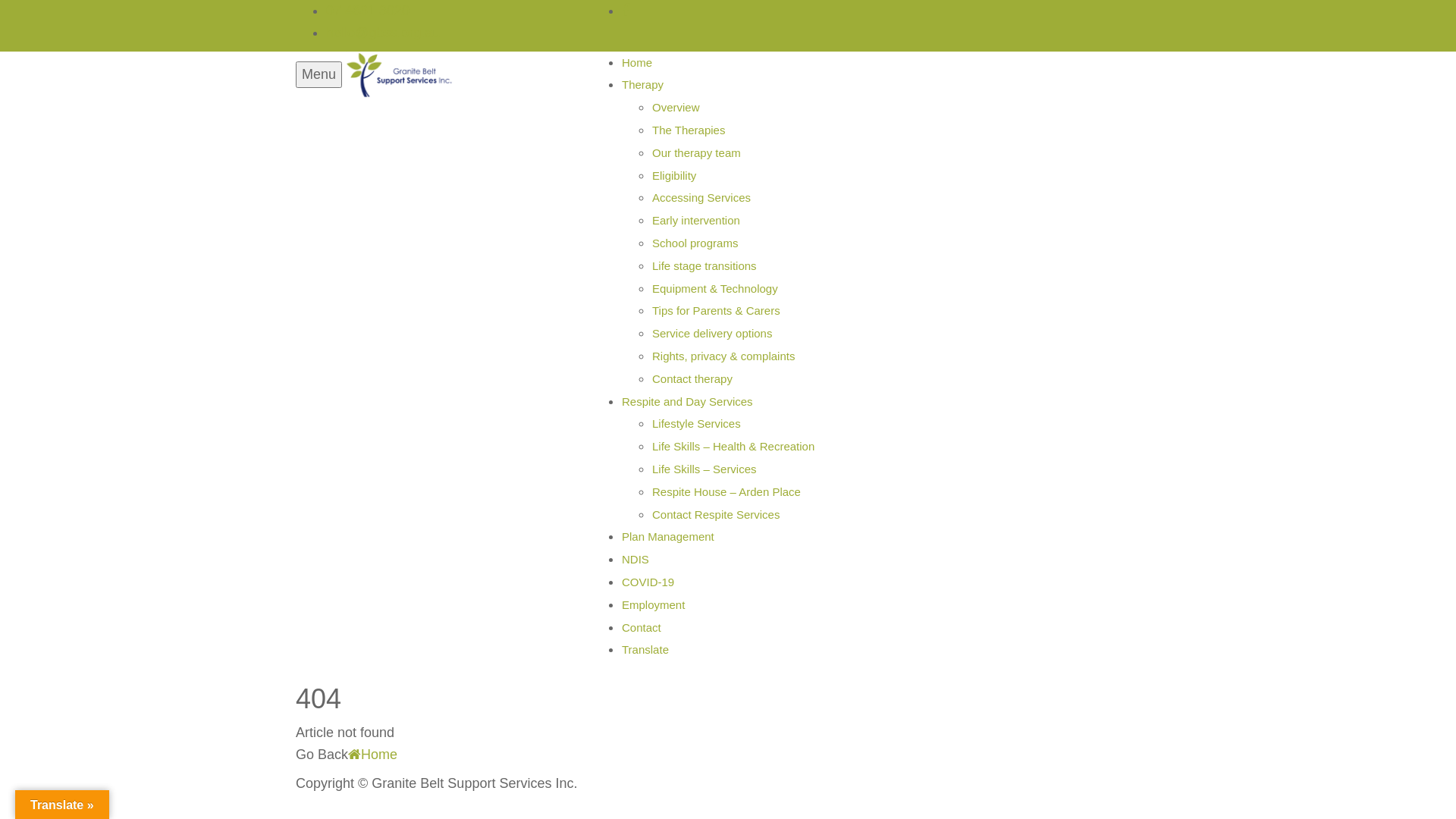  Describe the element at coordinates (694, 242) in the screenshot. I see `'School programs'` at that location.